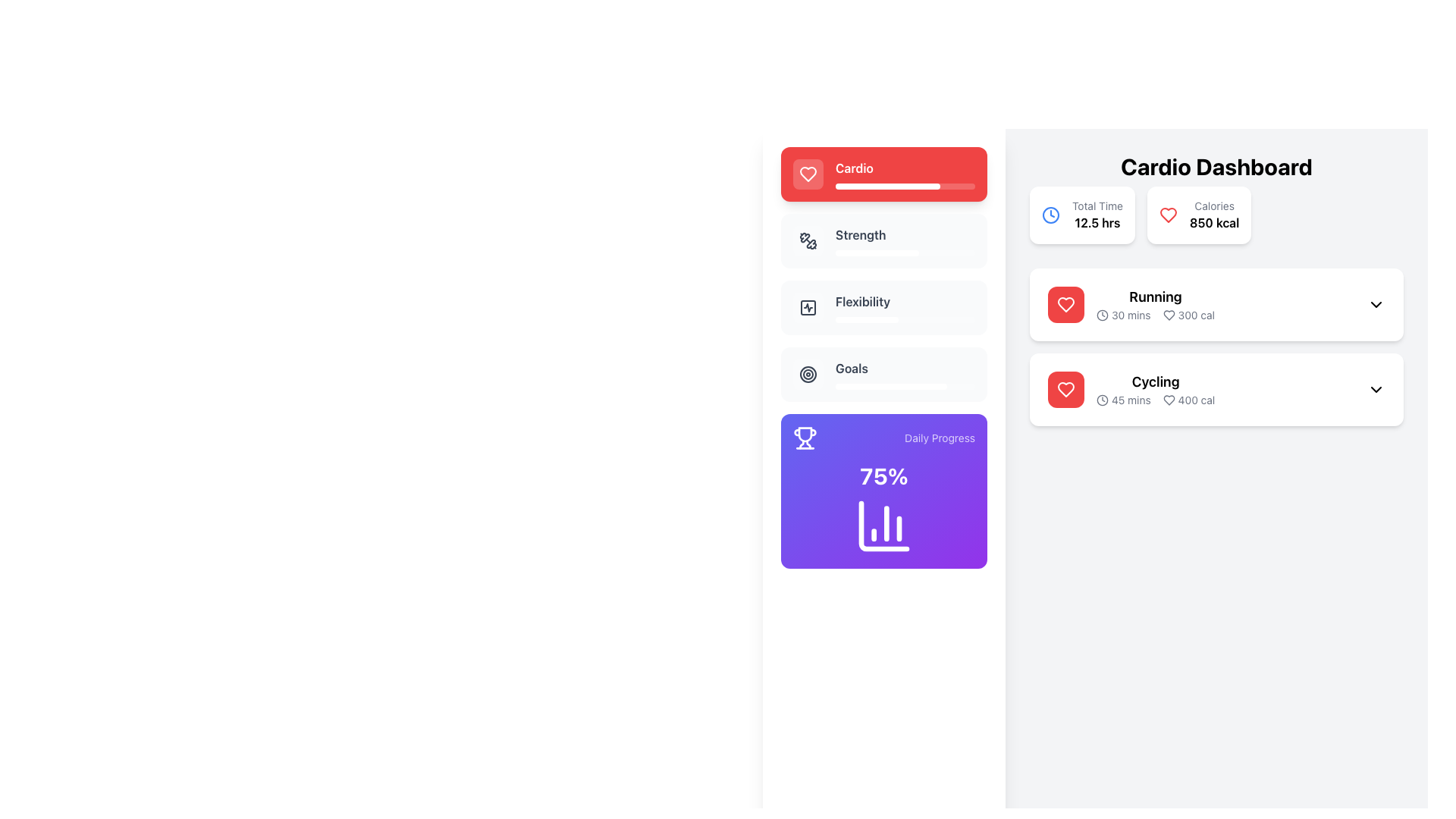 This screenshot has width=1456, height=819. I want to click on the 'Daily Progress' label text, which is a small font-size text with a slightly faded and transparent styling, located on a purple background in the dashboard interface, so click(939, 438).